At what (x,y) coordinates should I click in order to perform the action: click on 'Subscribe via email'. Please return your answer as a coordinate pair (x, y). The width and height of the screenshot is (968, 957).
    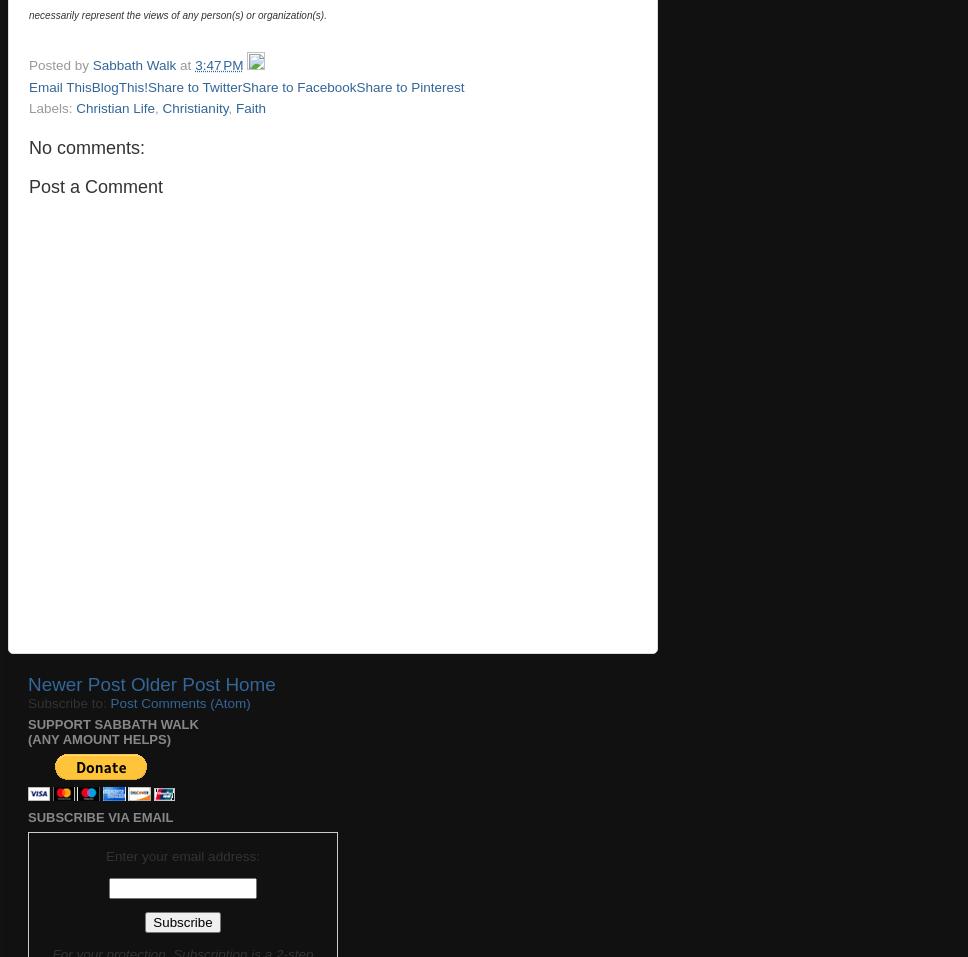
    Looking at the image, I should click on (100, 816).